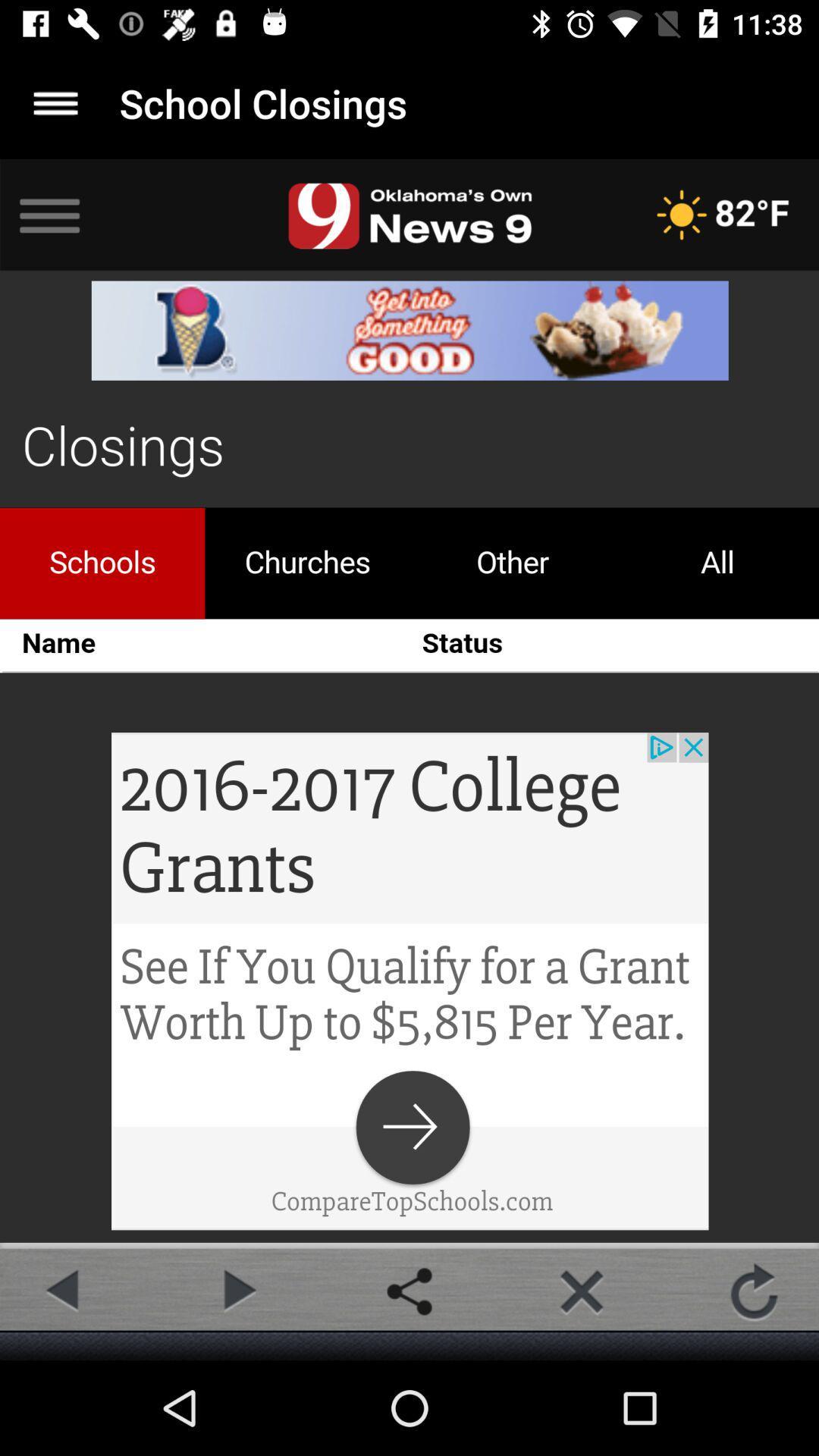 This screenshot has height=1456, width=819. I want to click on the play icon, so click(237, 1291).